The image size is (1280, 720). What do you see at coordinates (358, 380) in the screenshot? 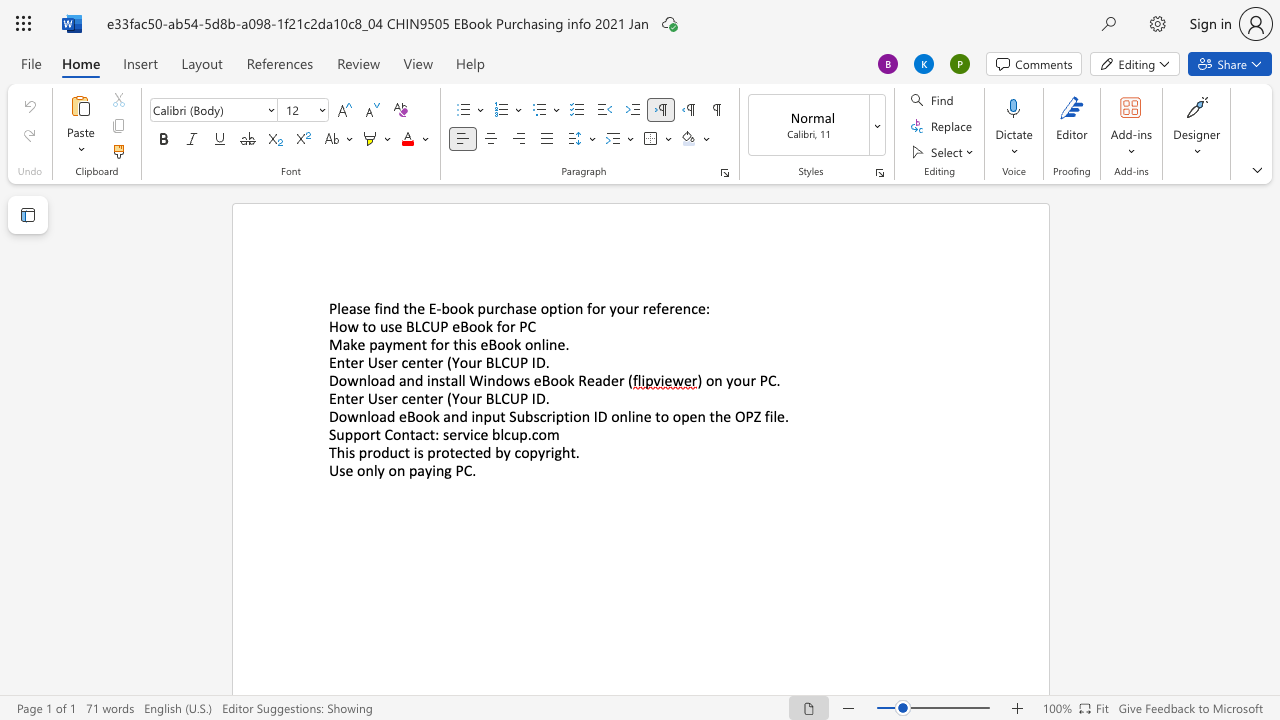
I see `the subset text "nload" within the text "Download and install Windows eBook Reader ("` at bounding box center [358, 380].